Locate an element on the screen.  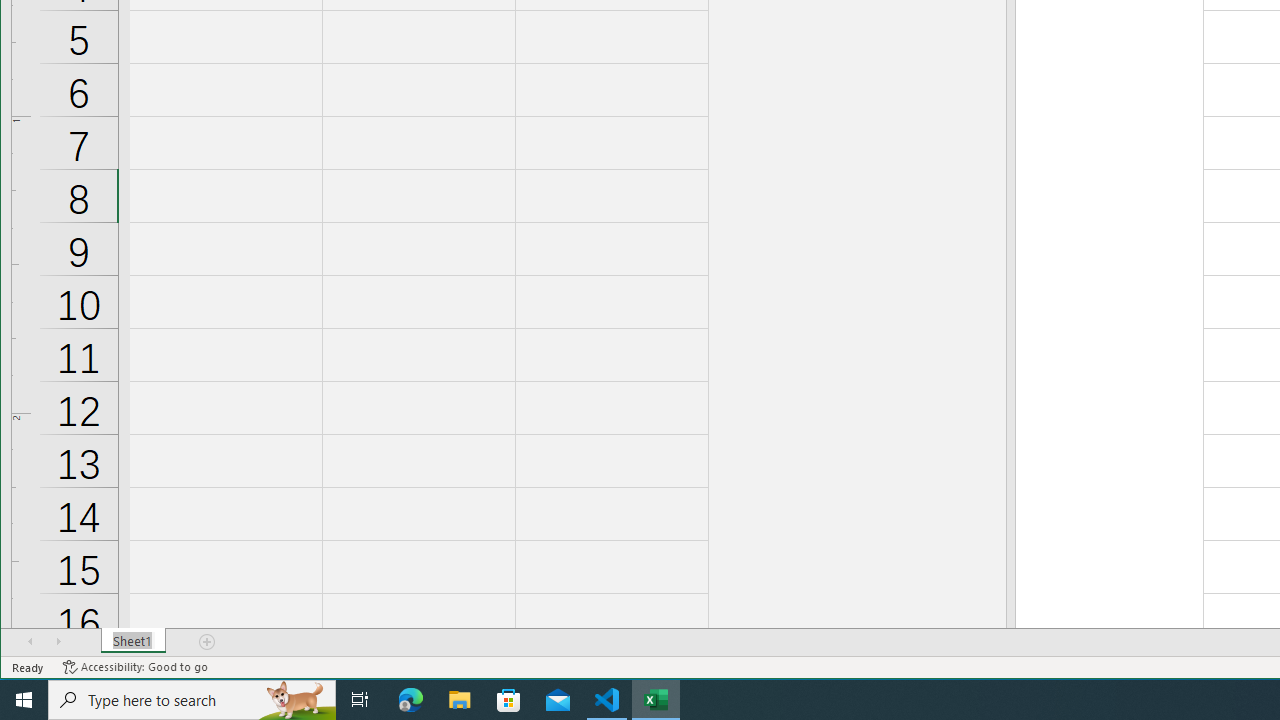
'Microsoft Edge' is located at coordinates (410, 698).